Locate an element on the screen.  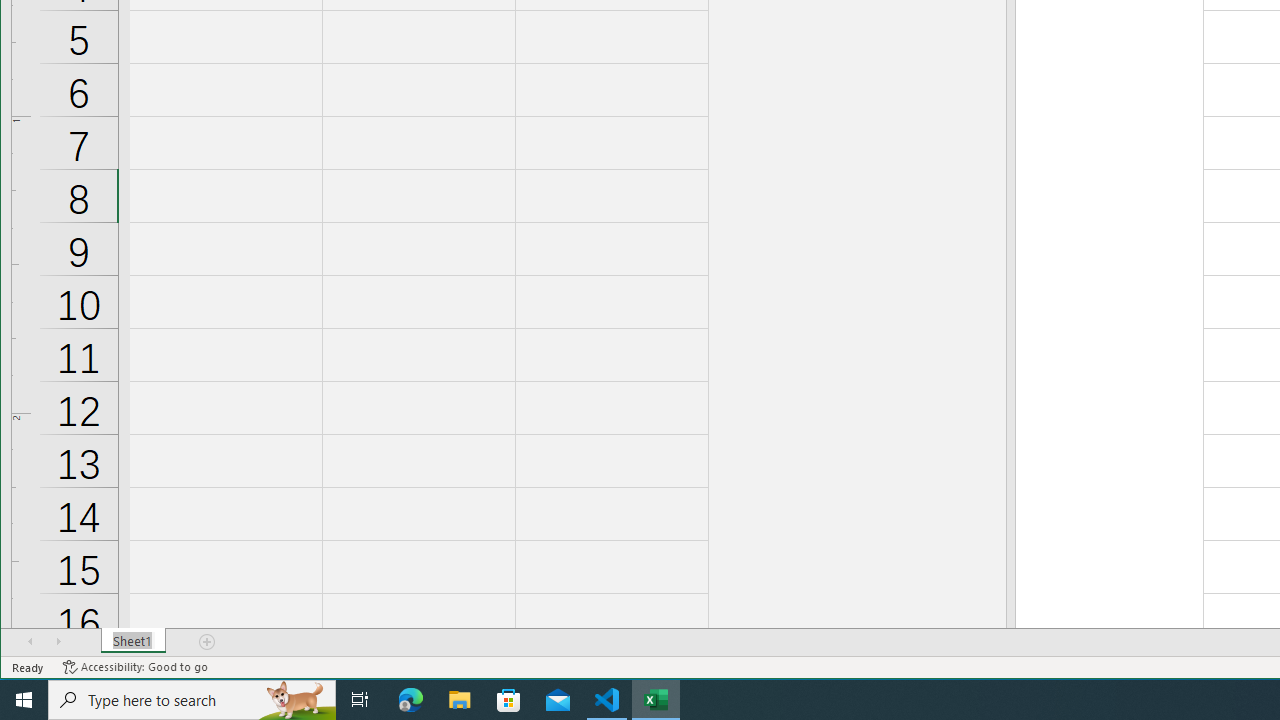
'Microsoft Edge' is located at coordinates (410, 698).